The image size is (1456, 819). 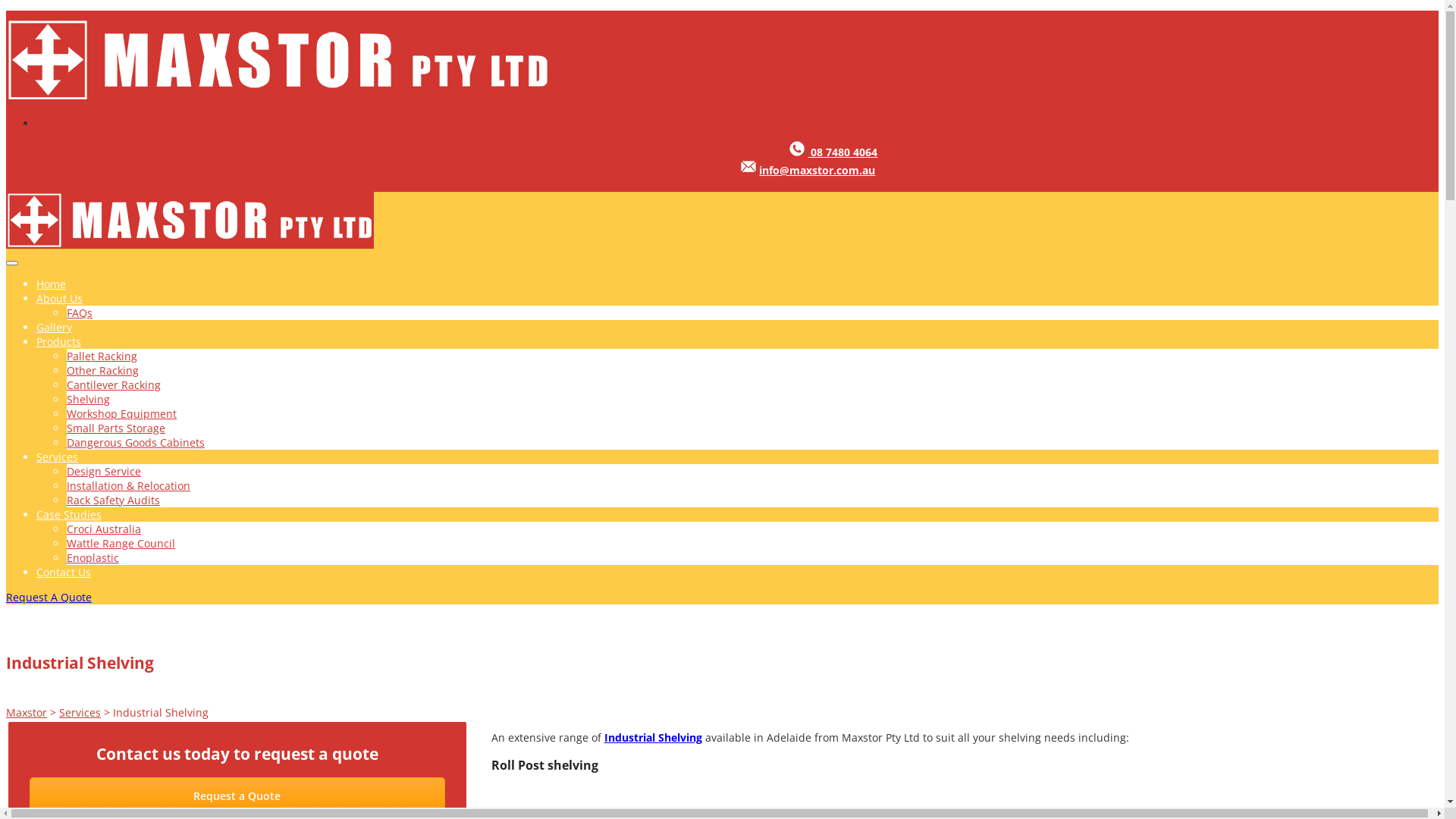 What do you see at coordinates (236, 795) in the screenshot?
I see `'Request a Quote'` at bounding box center [236, 795].